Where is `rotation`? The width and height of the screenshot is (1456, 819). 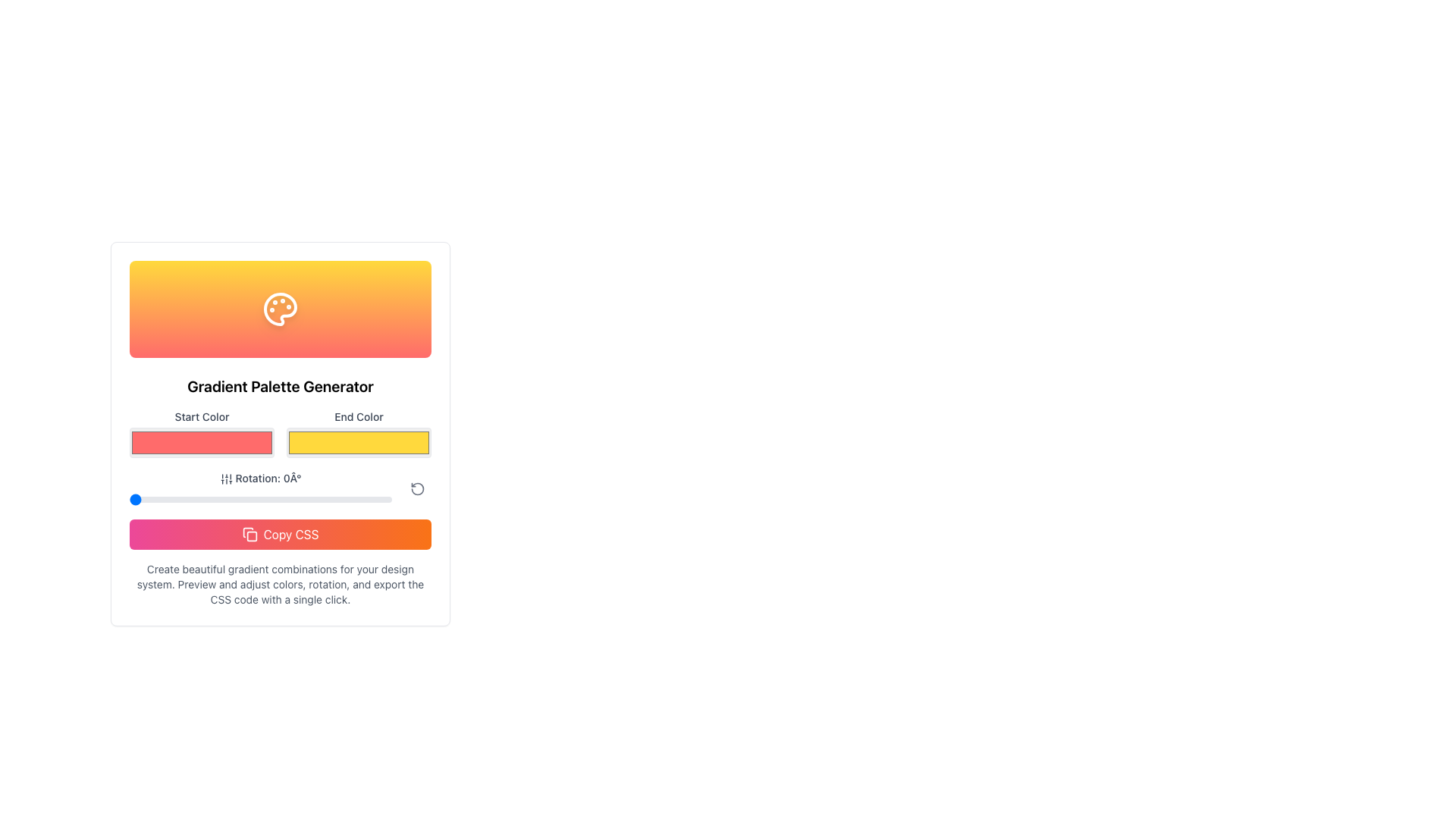
rotation is located at coordinates (374, 500).